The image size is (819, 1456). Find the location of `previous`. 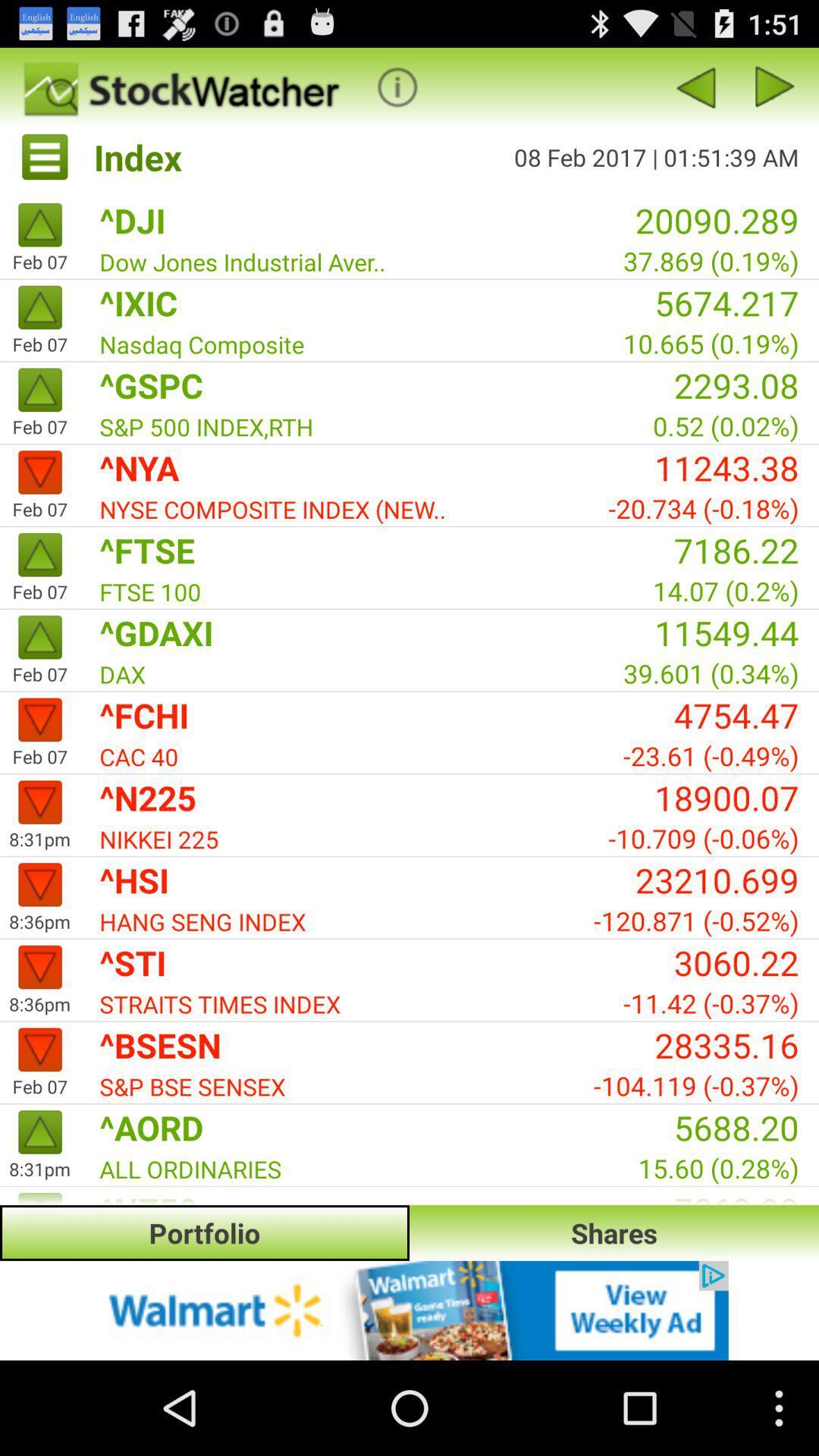

previous is located at coordinates (695, 86).